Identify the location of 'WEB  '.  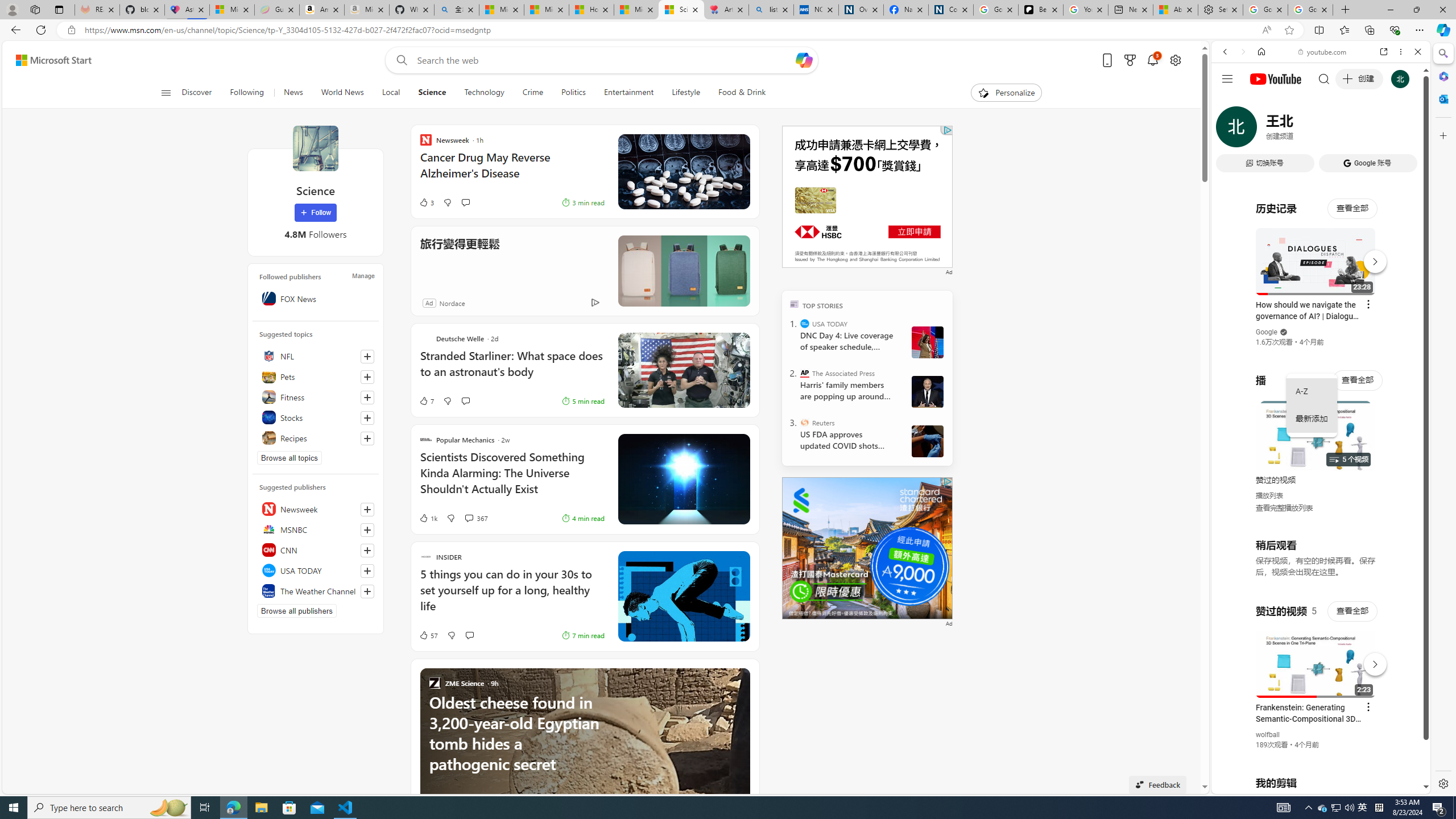
(1230, 130).